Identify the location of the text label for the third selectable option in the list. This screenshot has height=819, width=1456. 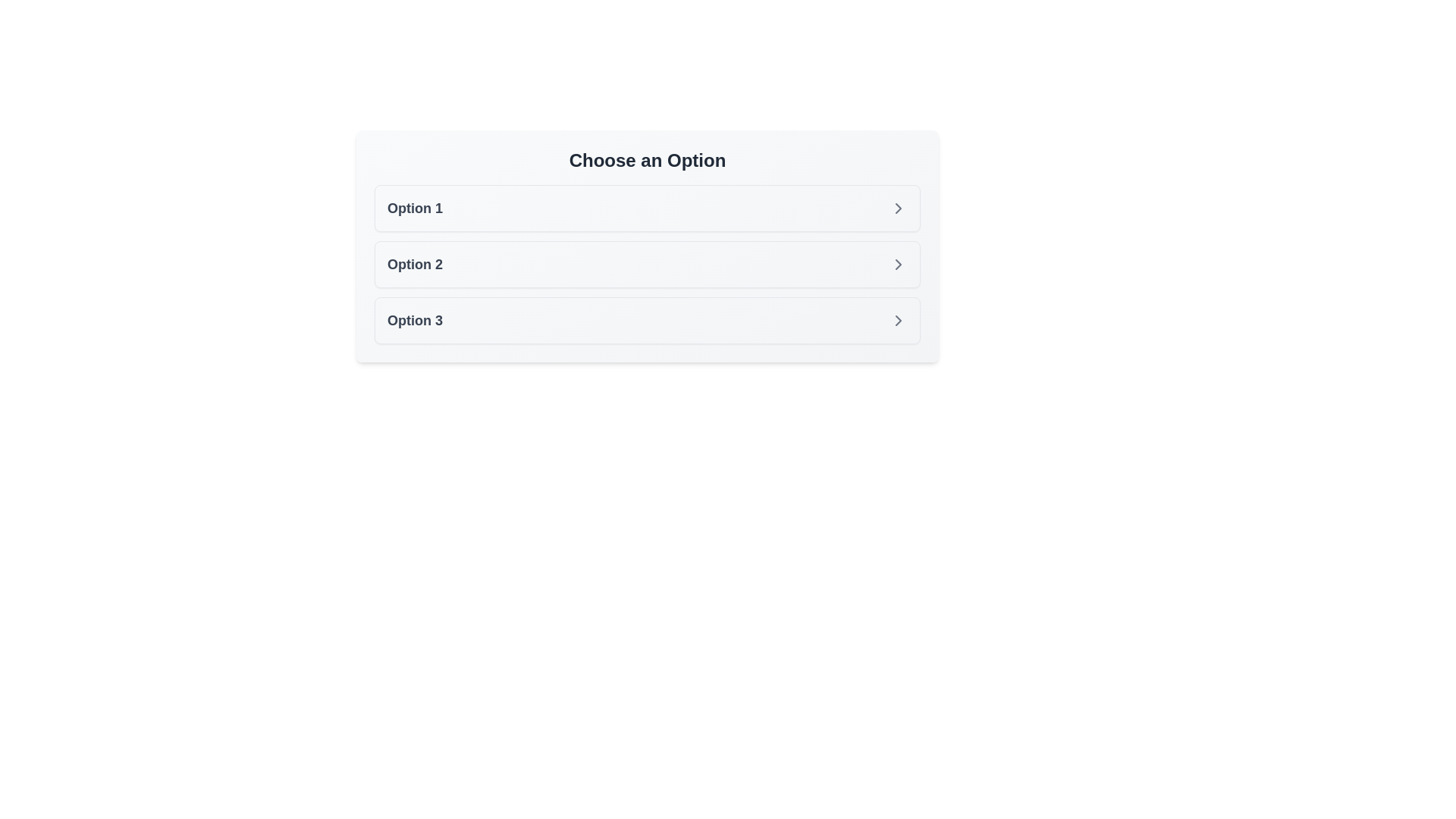
(415, 320).